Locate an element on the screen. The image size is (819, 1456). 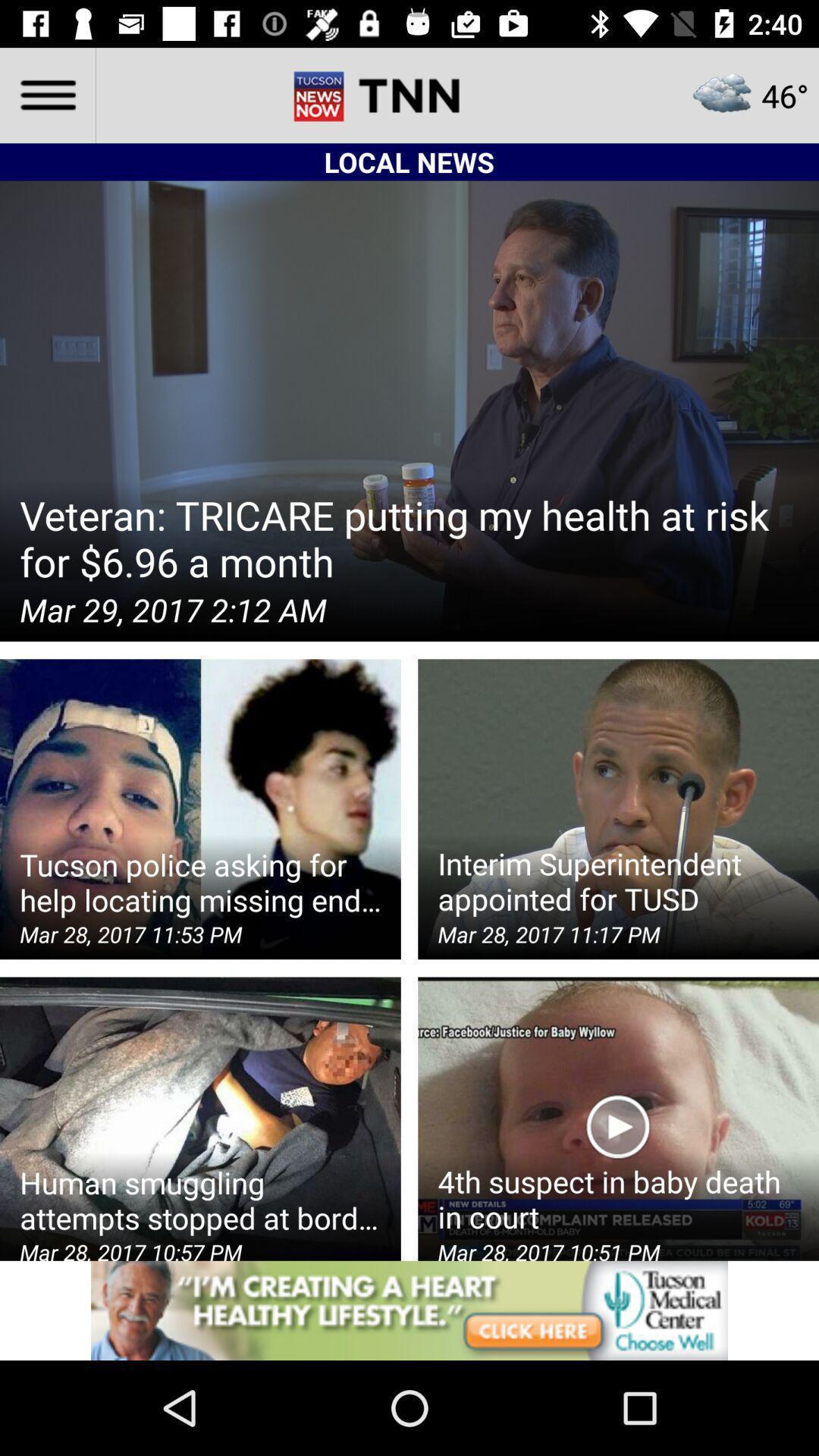
the menu icon is located at coordinates (46, 94).